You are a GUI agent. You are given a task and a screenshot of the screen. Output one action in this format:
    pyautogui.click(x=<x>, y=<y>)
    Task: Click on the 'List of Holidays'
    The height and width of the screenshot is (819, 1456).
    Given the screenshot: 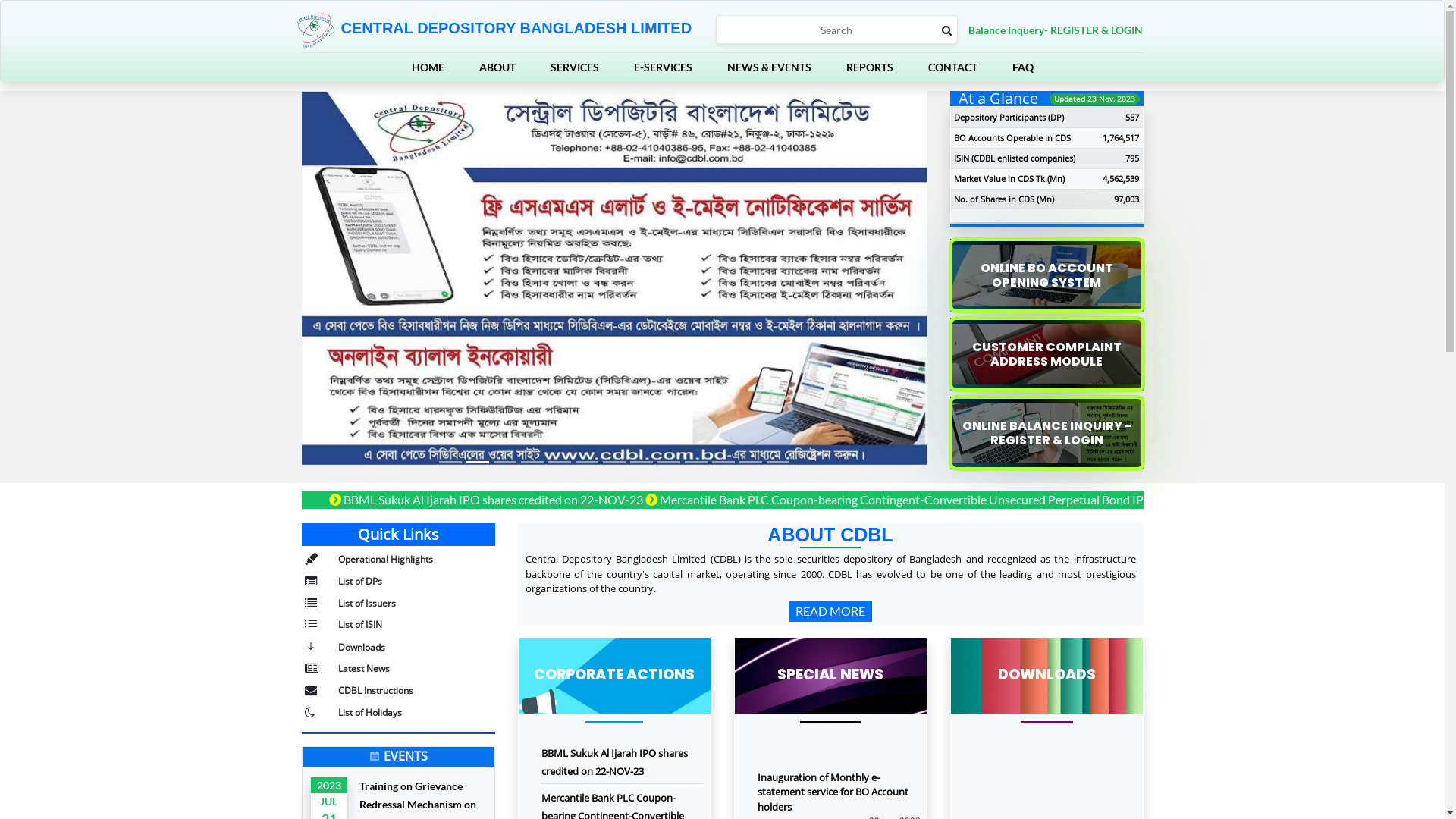 What is the action you would take?
    pyautogui.click(x=370, y=712)
    